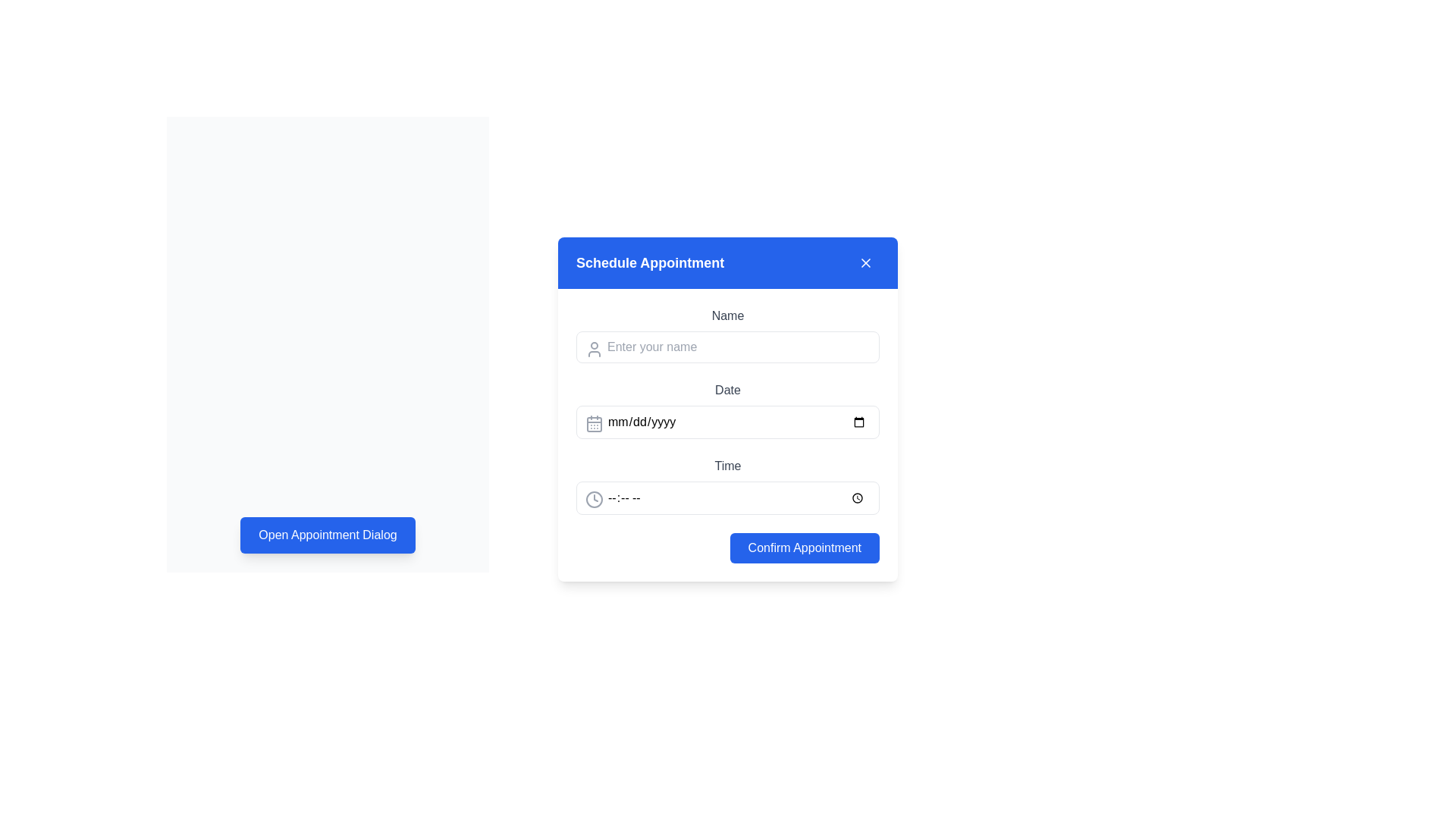  I want to click on the confirm button for scheduling an appointment, so click(804, 548).